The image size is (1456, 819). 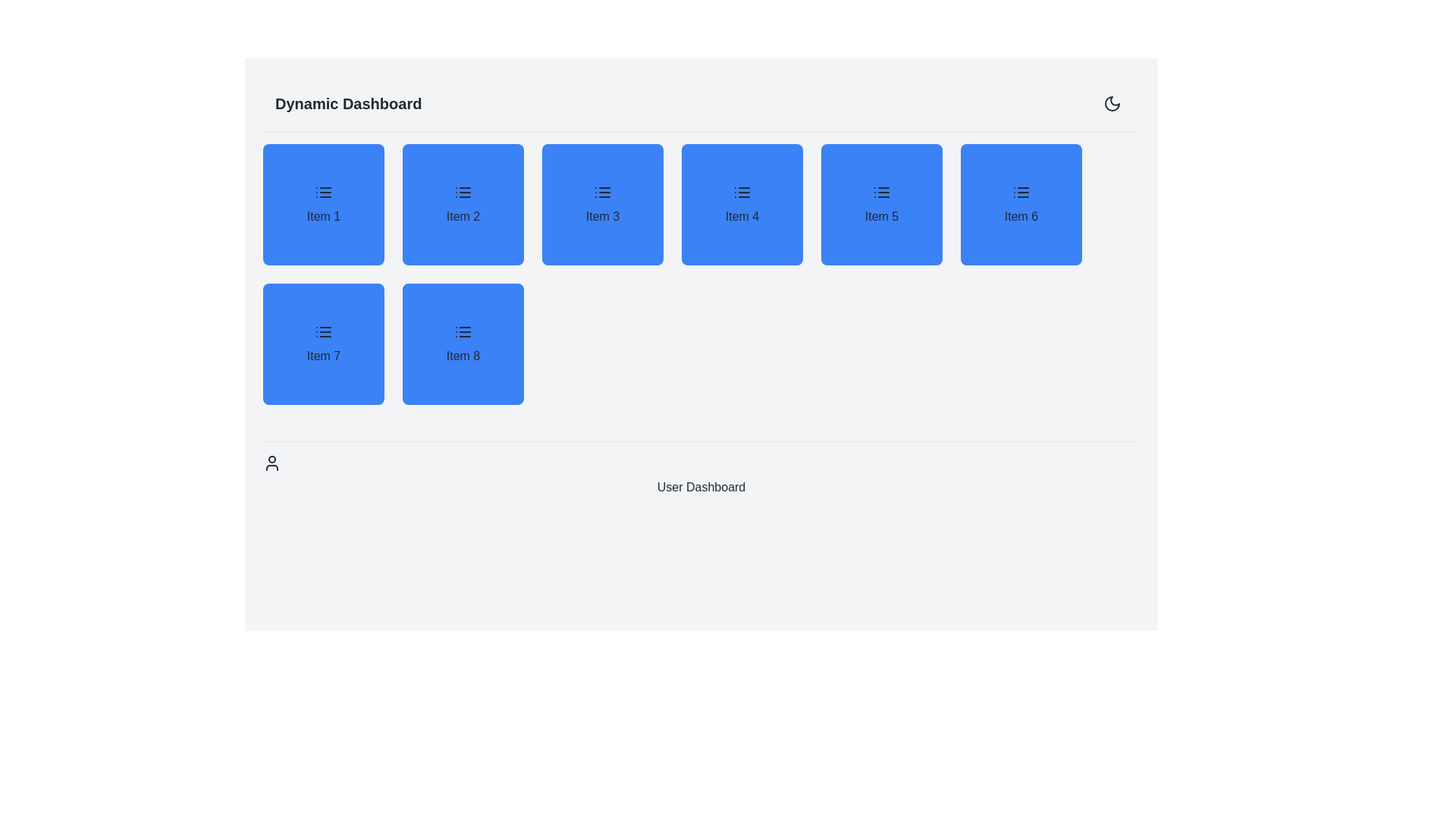 What do you see at coordinates (323, 344) in the screenshot?
I see `the blue square-shaped button labeled 'Item 7' with a list icon, located in the second row and first column of the grid under 'Dynamic Dashboard'` at bounding box center [323, 344].